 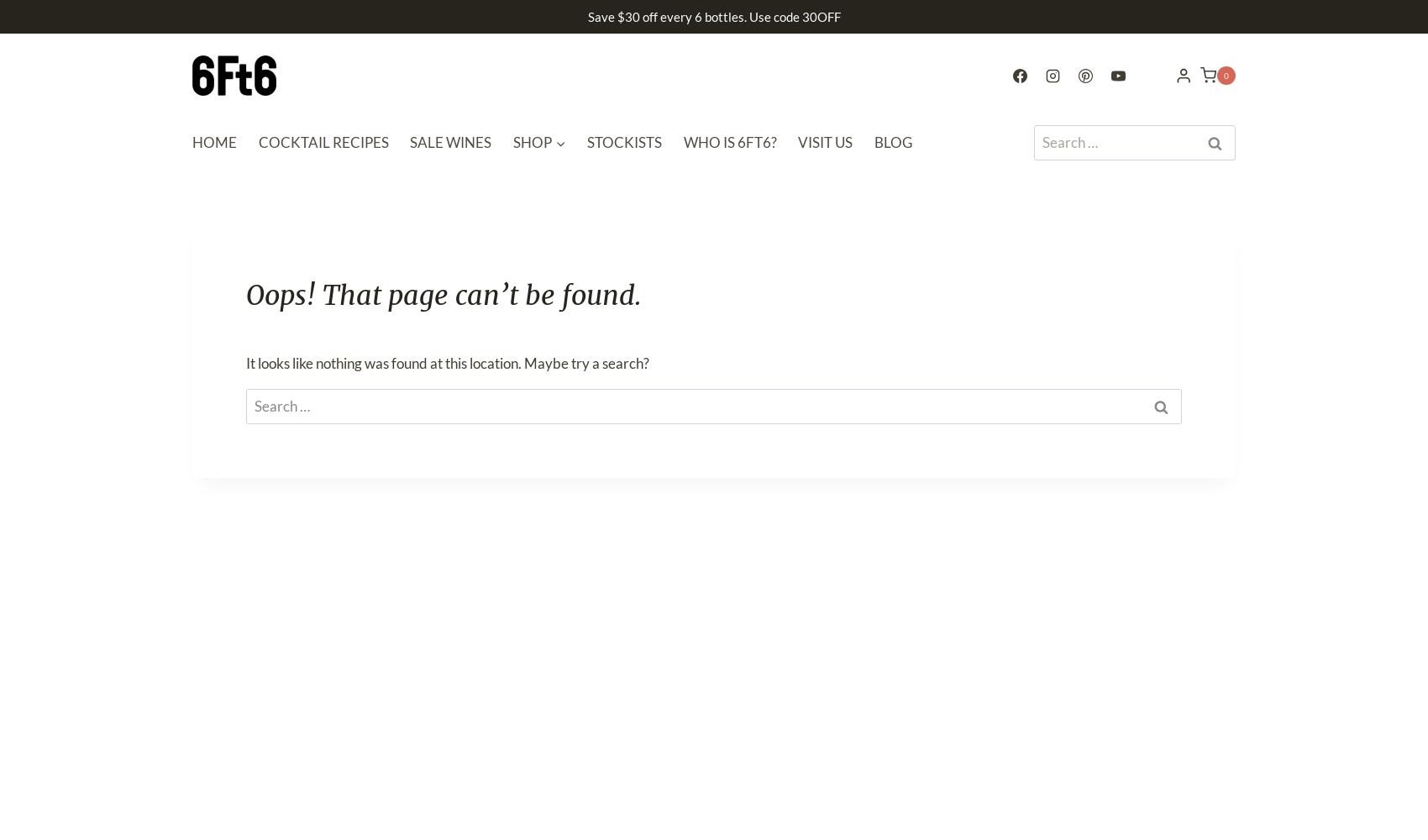 What do you see at coordinates (729, 142) in the screenshot?
I see `'Who is 6Ft6?'` at bounding box center [729, 142].